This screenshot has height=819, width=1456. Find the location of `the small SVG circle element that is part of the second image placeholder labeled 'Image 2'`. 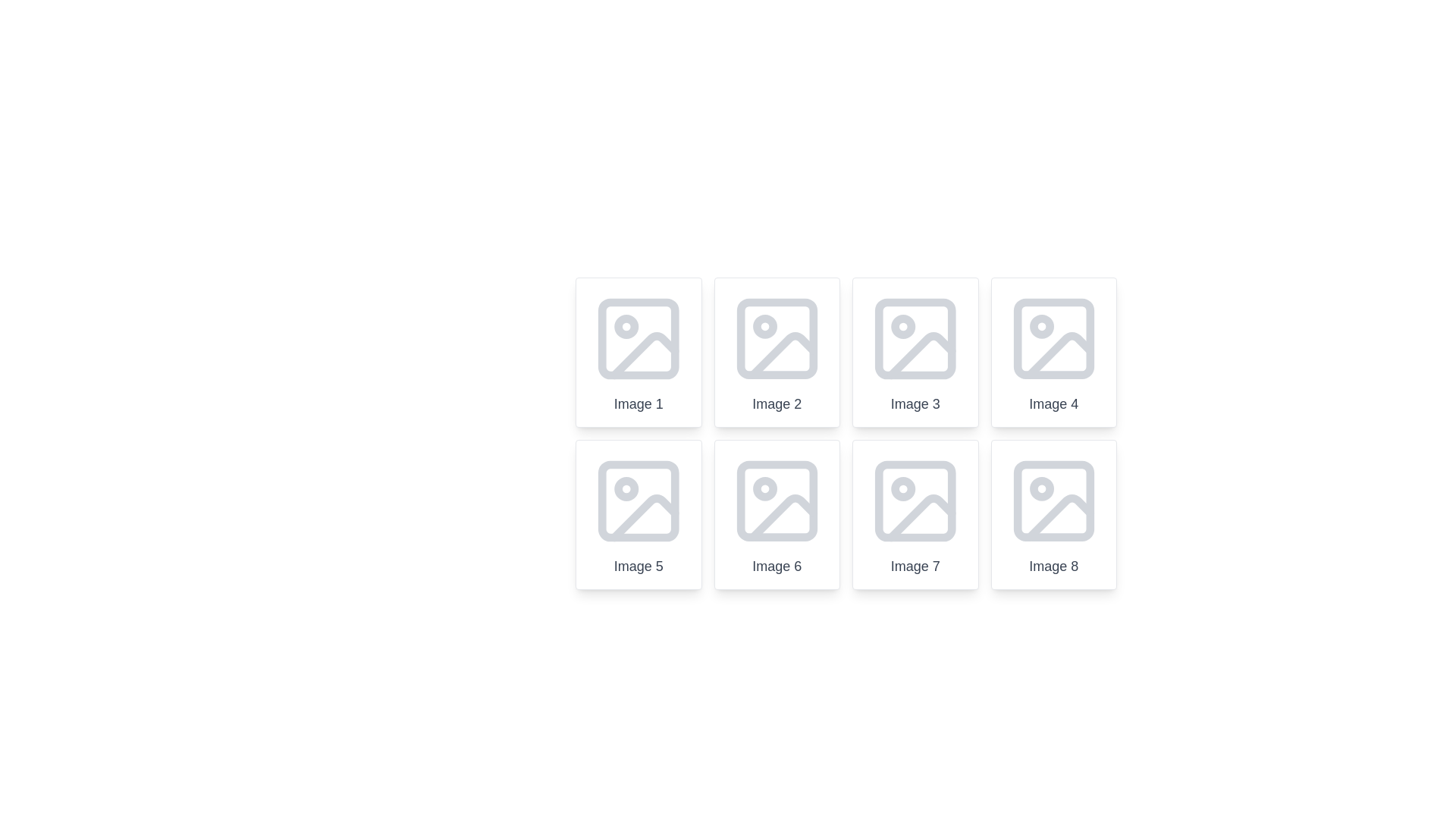

the small SVG circle element that is part of the second image placeholder labeled 'Image 2' is located at coordinates (764, 326).